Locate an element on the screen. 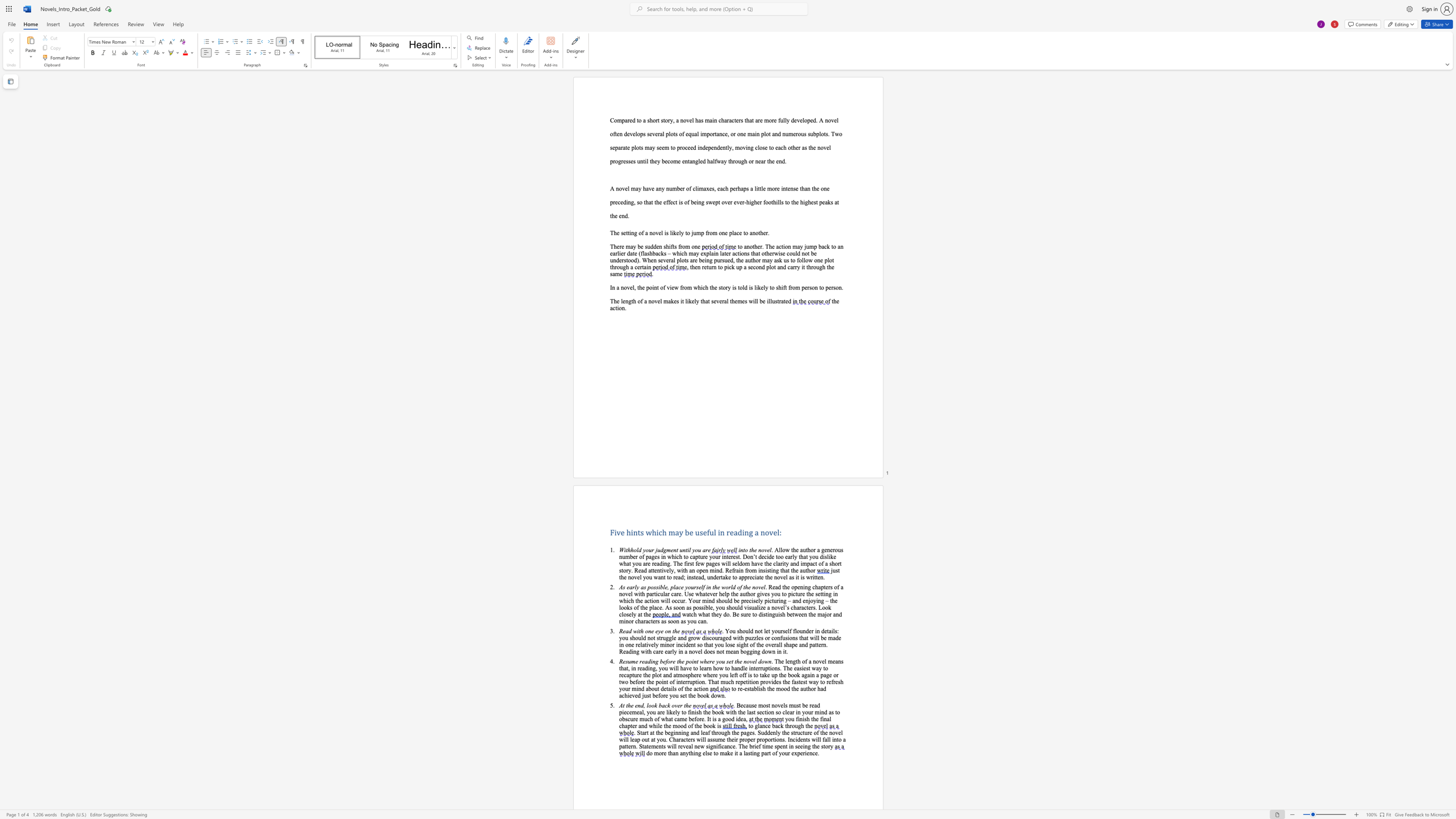 This screenshot has width=1456, height=819. the subset text "he book i" within the text "and while the mood of the book is" is located at coordinates (696, 725).